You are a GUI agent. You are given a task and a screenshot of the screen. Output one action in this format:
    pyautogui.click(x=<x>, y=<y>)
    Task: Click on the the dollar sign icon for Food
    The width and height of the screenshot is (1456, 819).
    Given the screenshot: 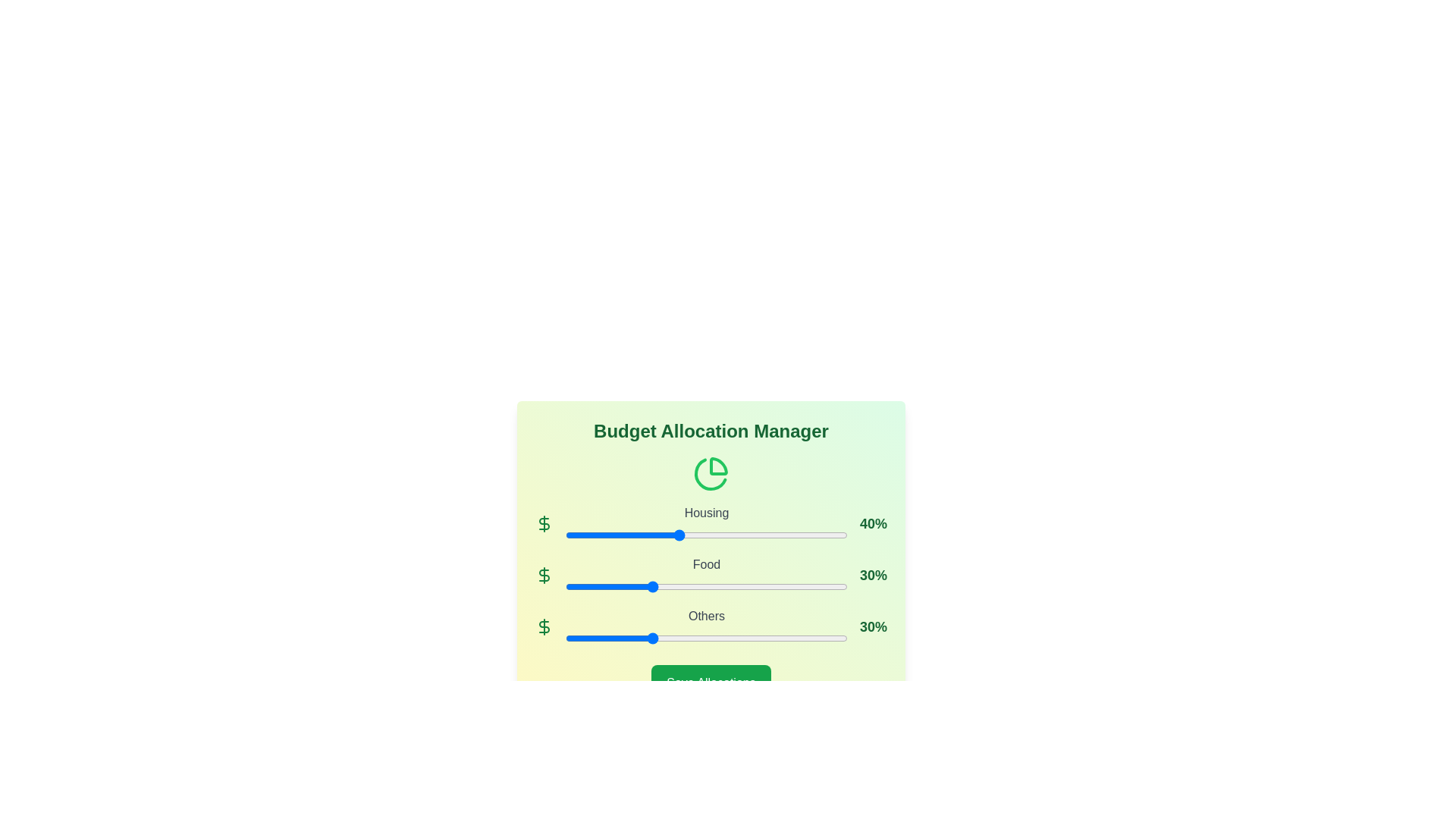 What is the action you would take?
    pyautogui.click(x=544, y=576)
    